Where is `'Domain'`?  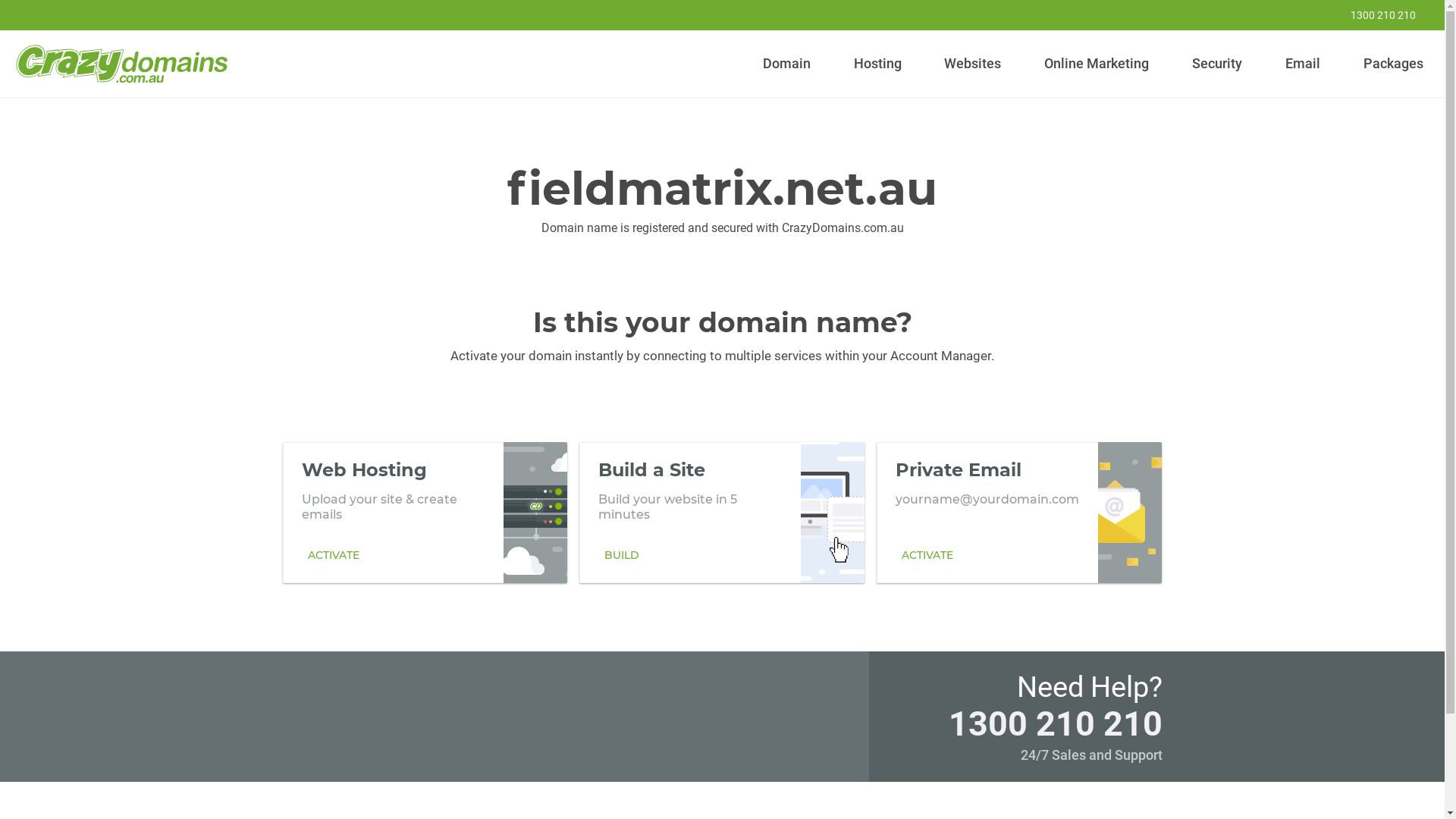
'Domain' is located at coordinates (786, 63).